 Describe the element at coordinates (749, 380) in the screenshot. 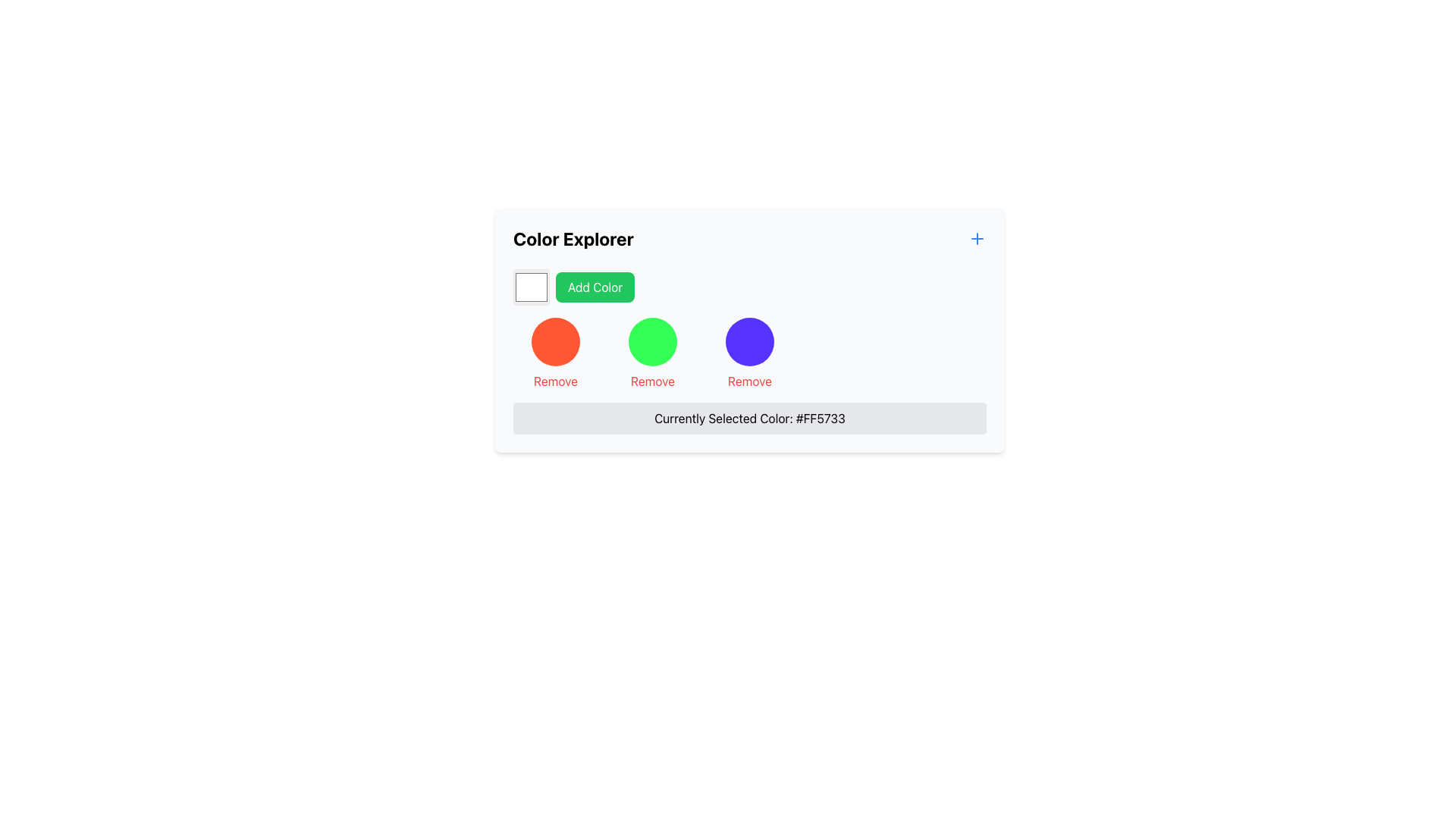

I see `the interactive text label located below the associated purple icon` at that location.